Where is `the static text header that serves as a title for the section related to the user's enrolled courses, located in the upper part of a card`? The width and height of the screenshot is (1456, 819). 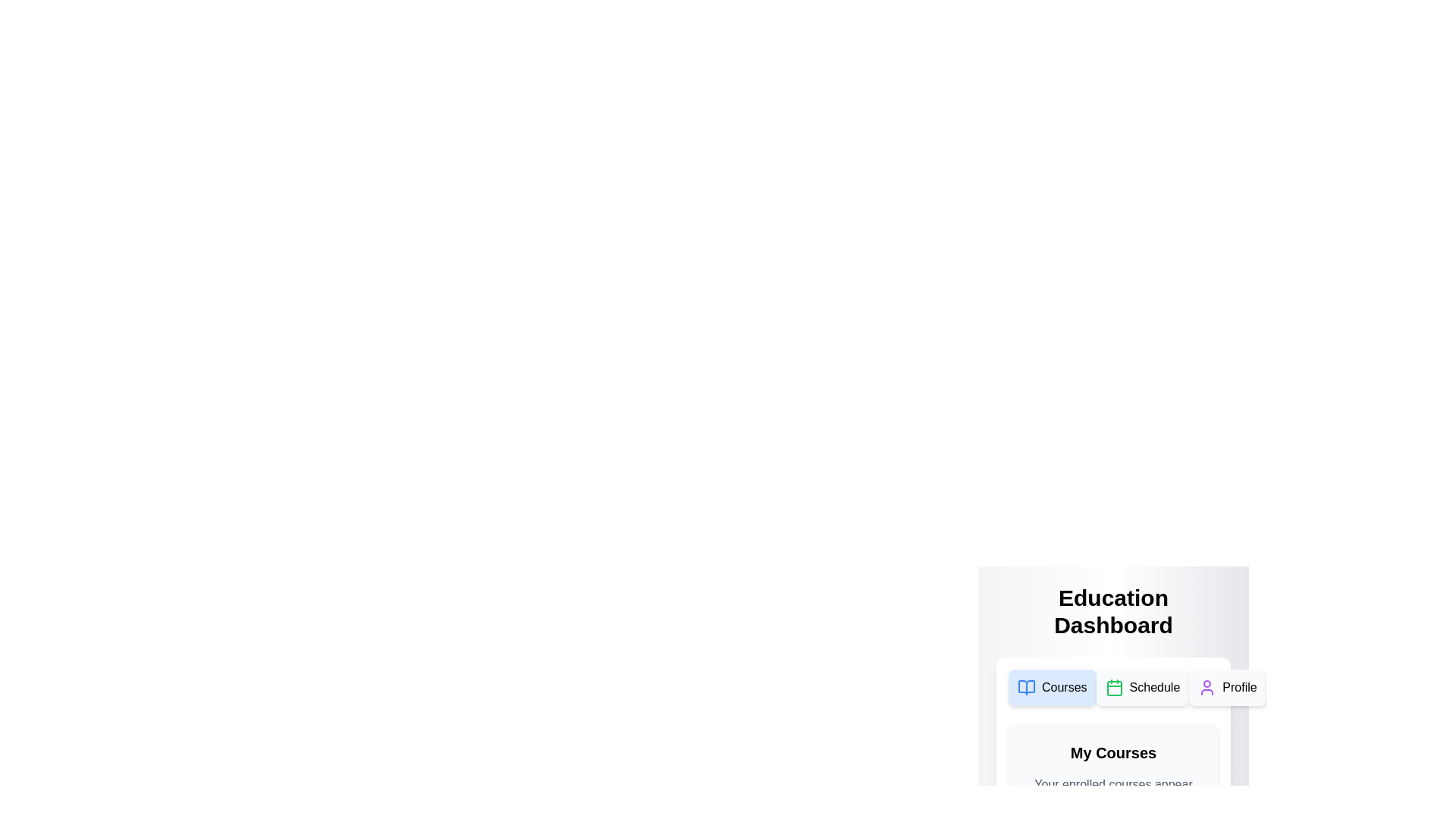
the static text header that serves as a title for the section related to the user's enrolled courses, located in the upper part of a card is located at coordinates (1113, 752).